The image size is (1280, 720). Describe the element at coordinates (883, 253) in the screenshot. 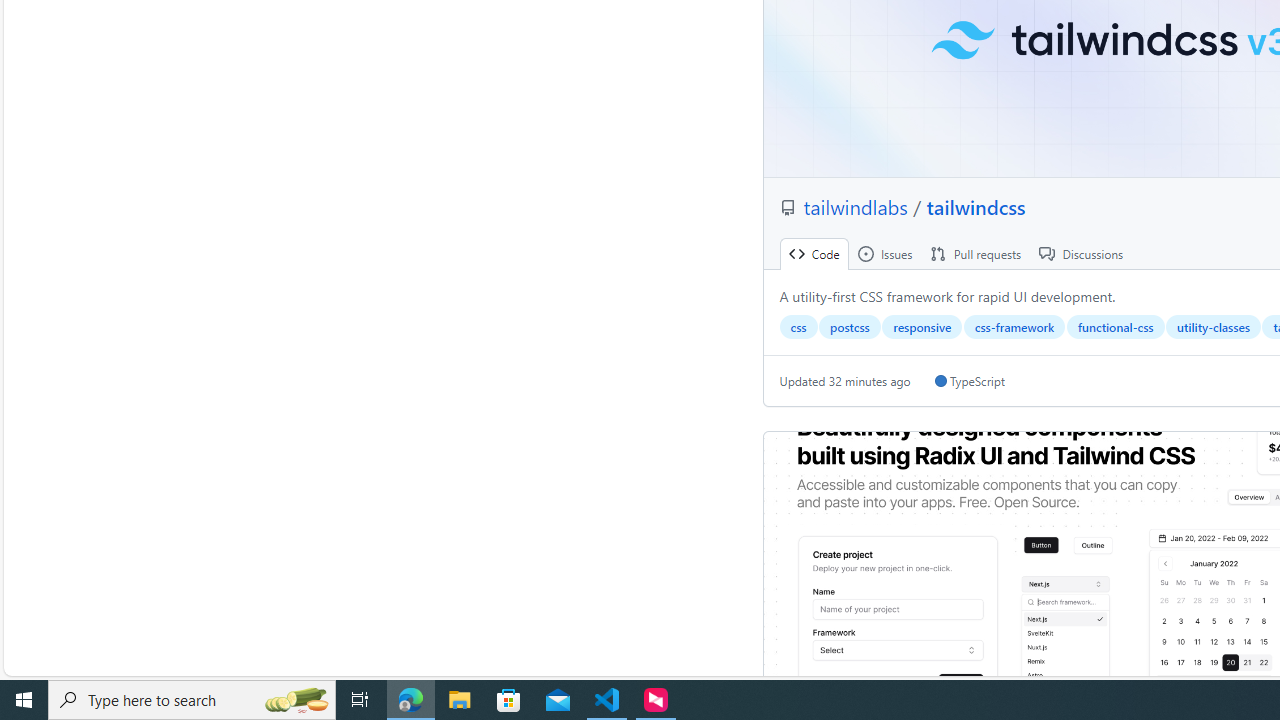

I see `' Issues'` at that location.